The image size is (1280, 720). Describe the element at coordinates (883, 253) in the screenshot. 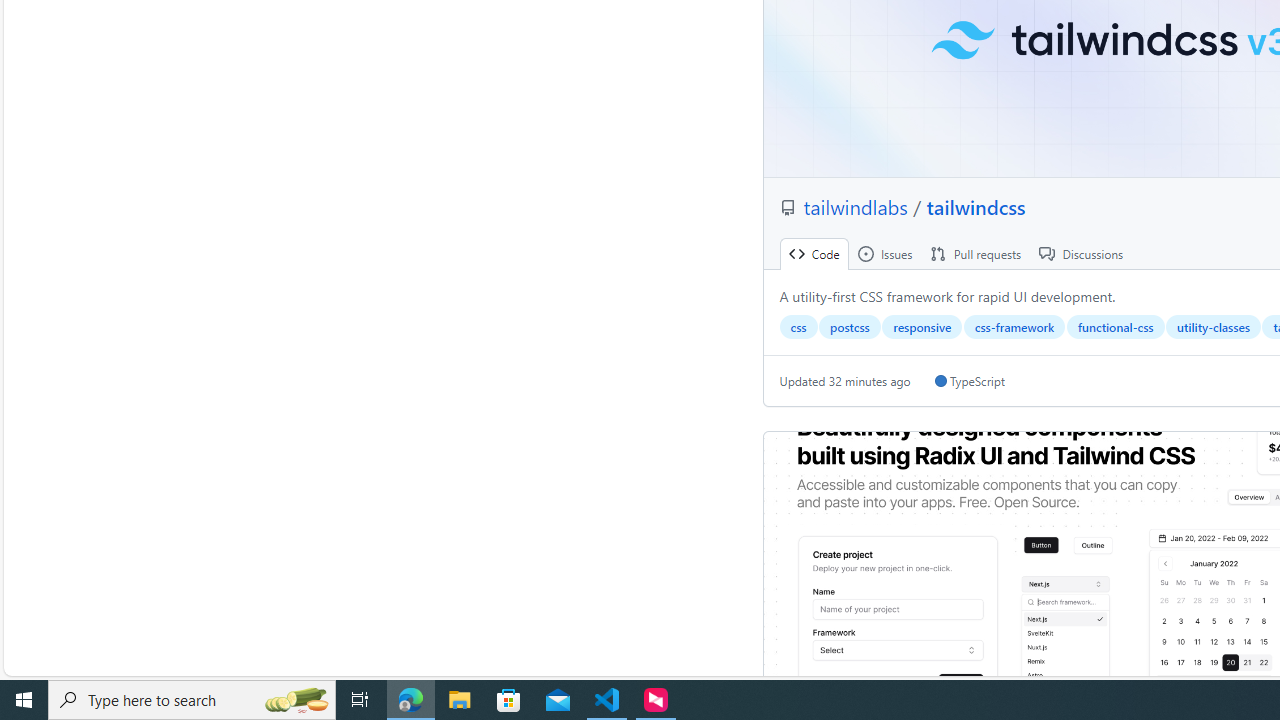

I see `' Issues'` at that location.